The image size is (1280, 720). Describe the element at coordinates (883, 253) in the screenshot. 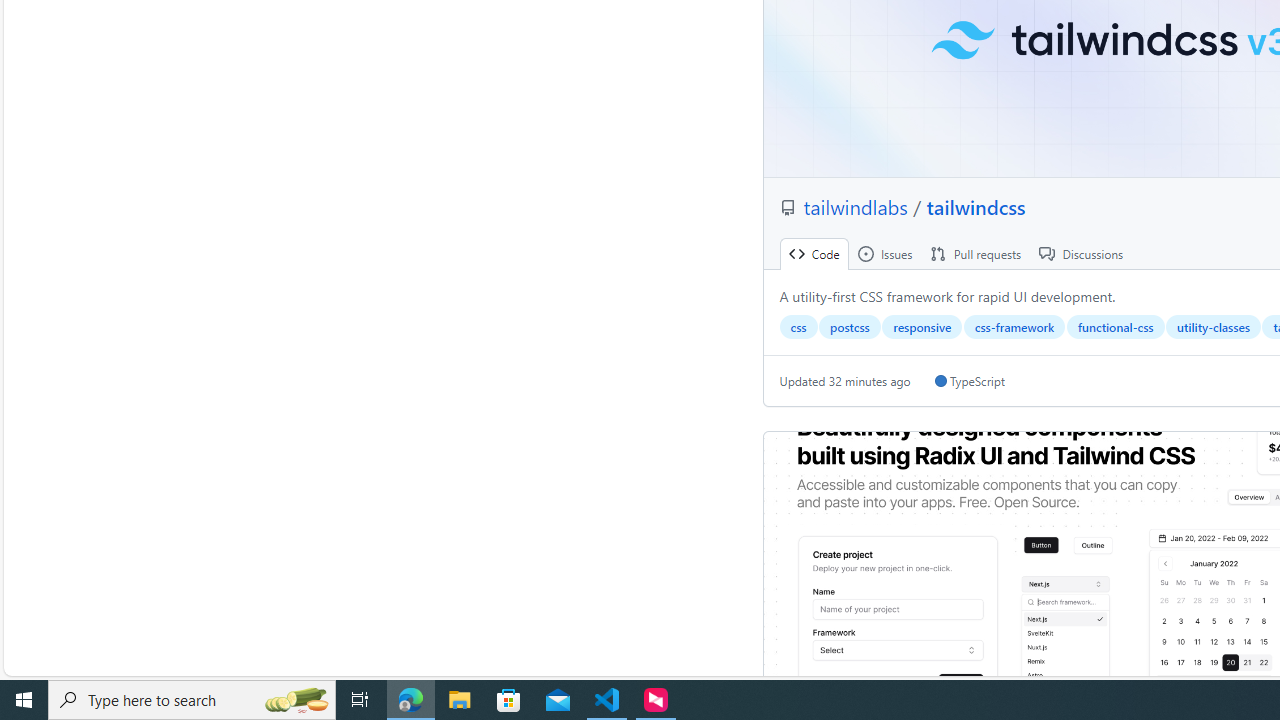

I see `' Issues'` at that location.